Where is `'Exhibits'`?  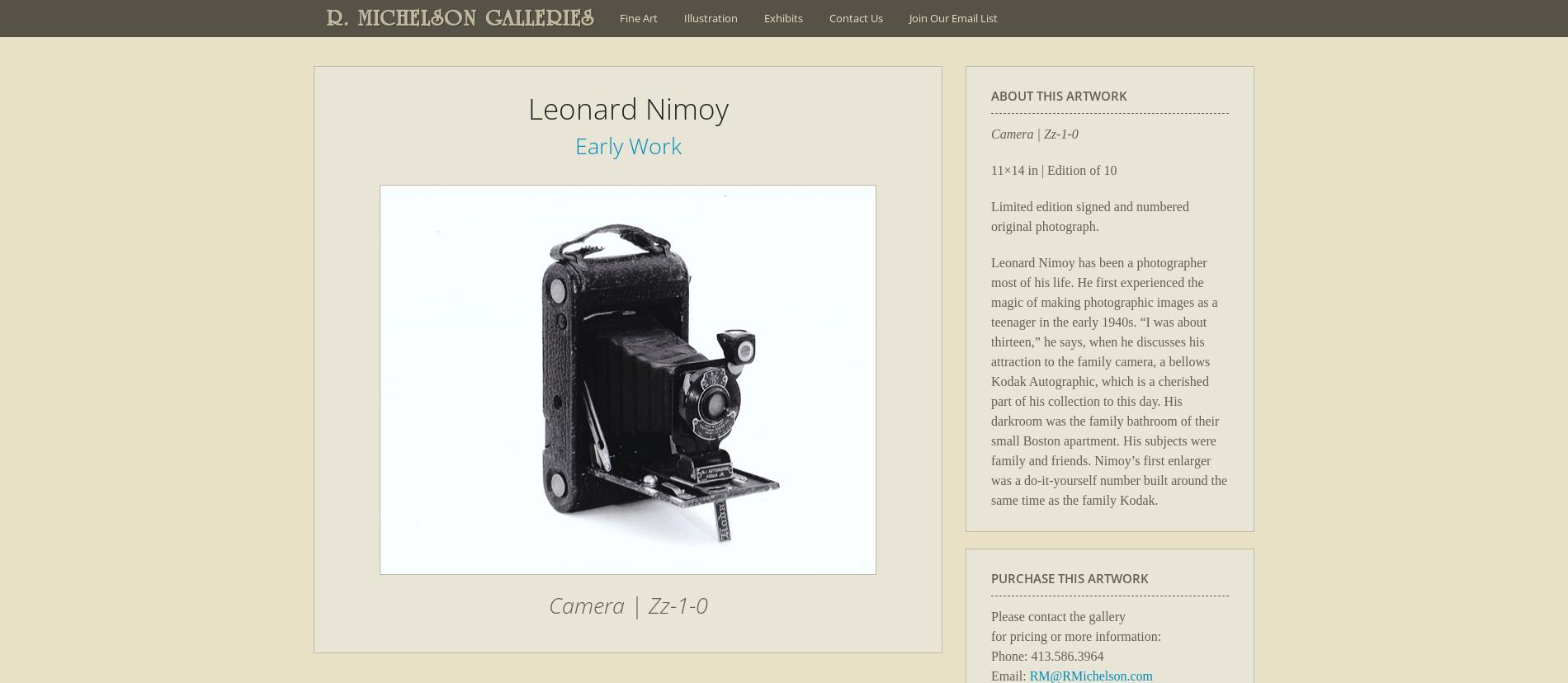
'Exhibits' is located at coordinates (782, 18).